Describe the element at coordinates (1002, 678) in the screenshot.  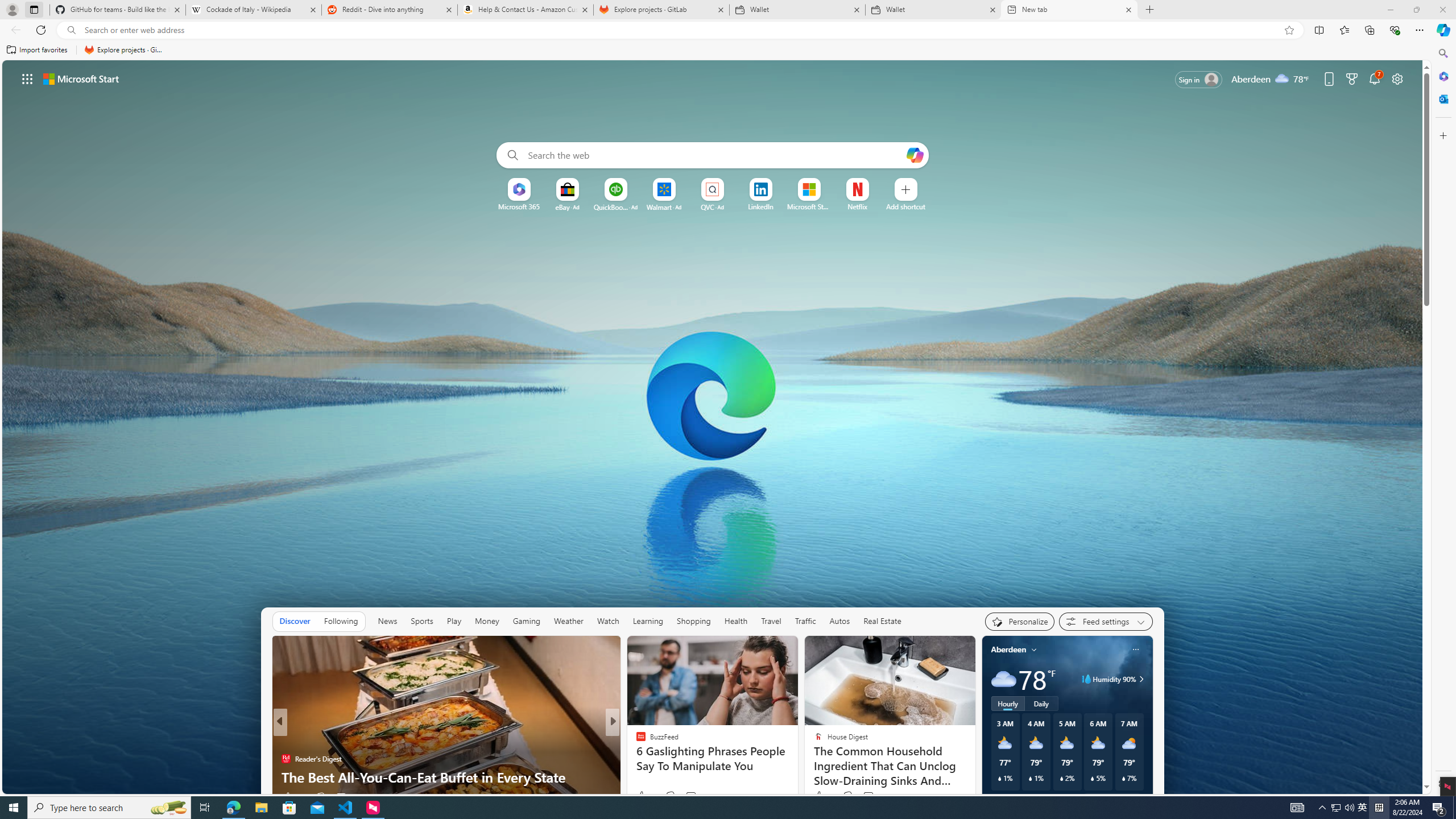
I see `'Cloudy'` at that location.